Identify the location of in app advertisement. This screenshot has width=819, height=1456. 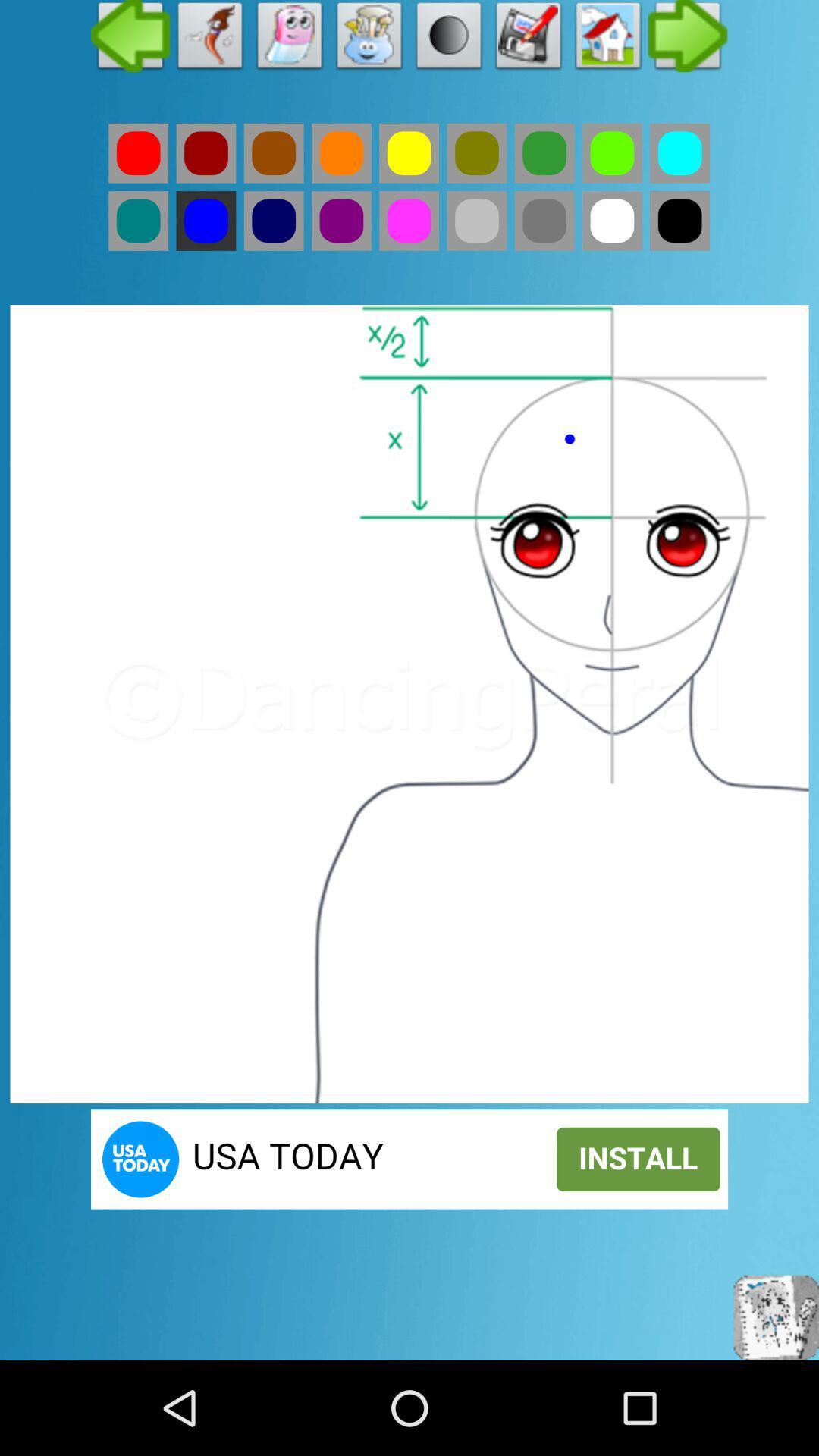
(409, 1158).